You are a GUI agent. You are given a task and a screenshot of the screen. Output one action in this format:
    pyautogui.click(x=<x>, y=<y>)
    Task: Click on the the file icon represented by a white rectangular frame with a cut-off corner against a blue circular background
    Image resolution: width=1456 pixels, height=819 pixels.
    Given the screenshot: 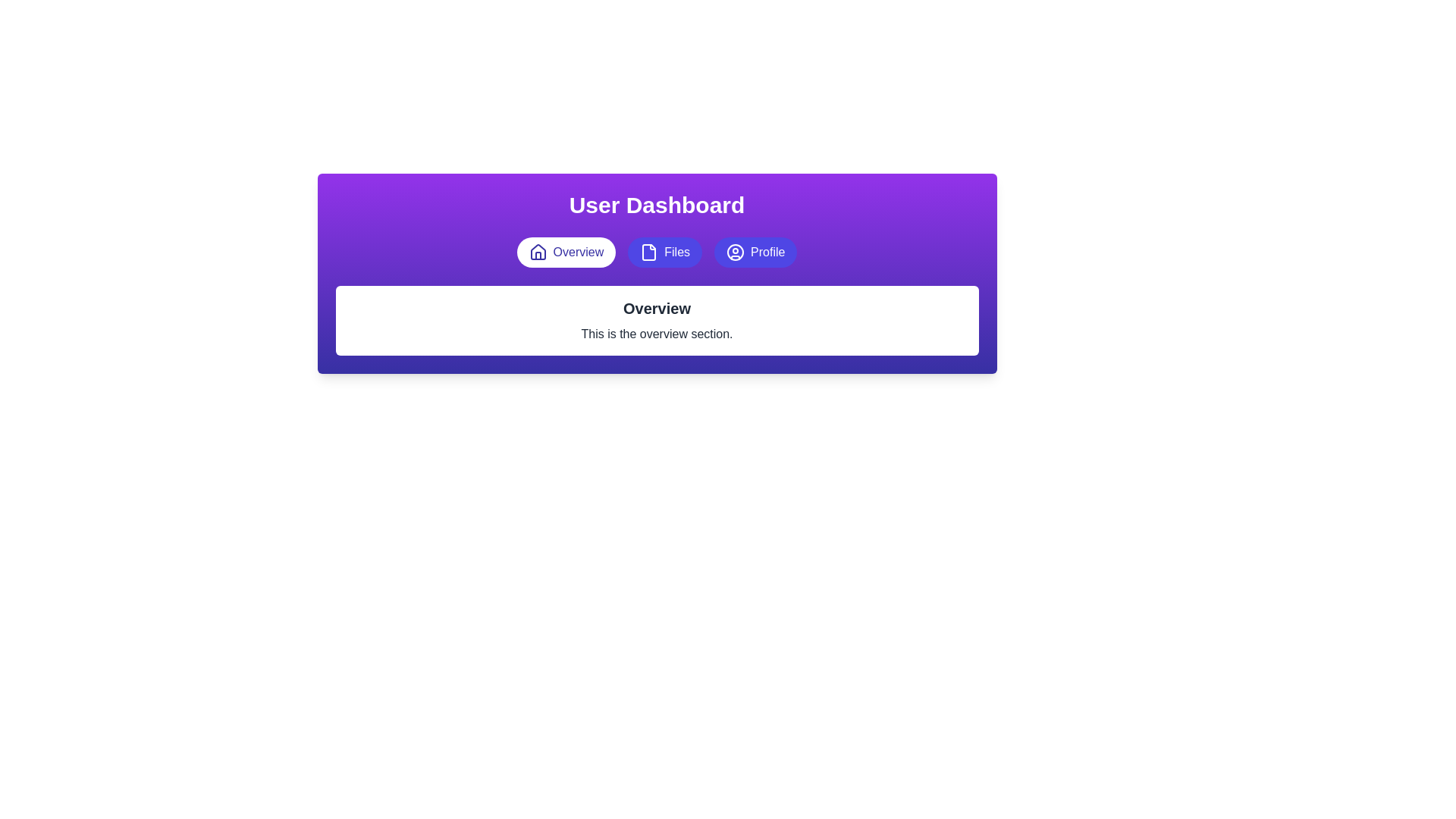 What is the action you would take?
    pyautogui.click(x=649, y=251)
    